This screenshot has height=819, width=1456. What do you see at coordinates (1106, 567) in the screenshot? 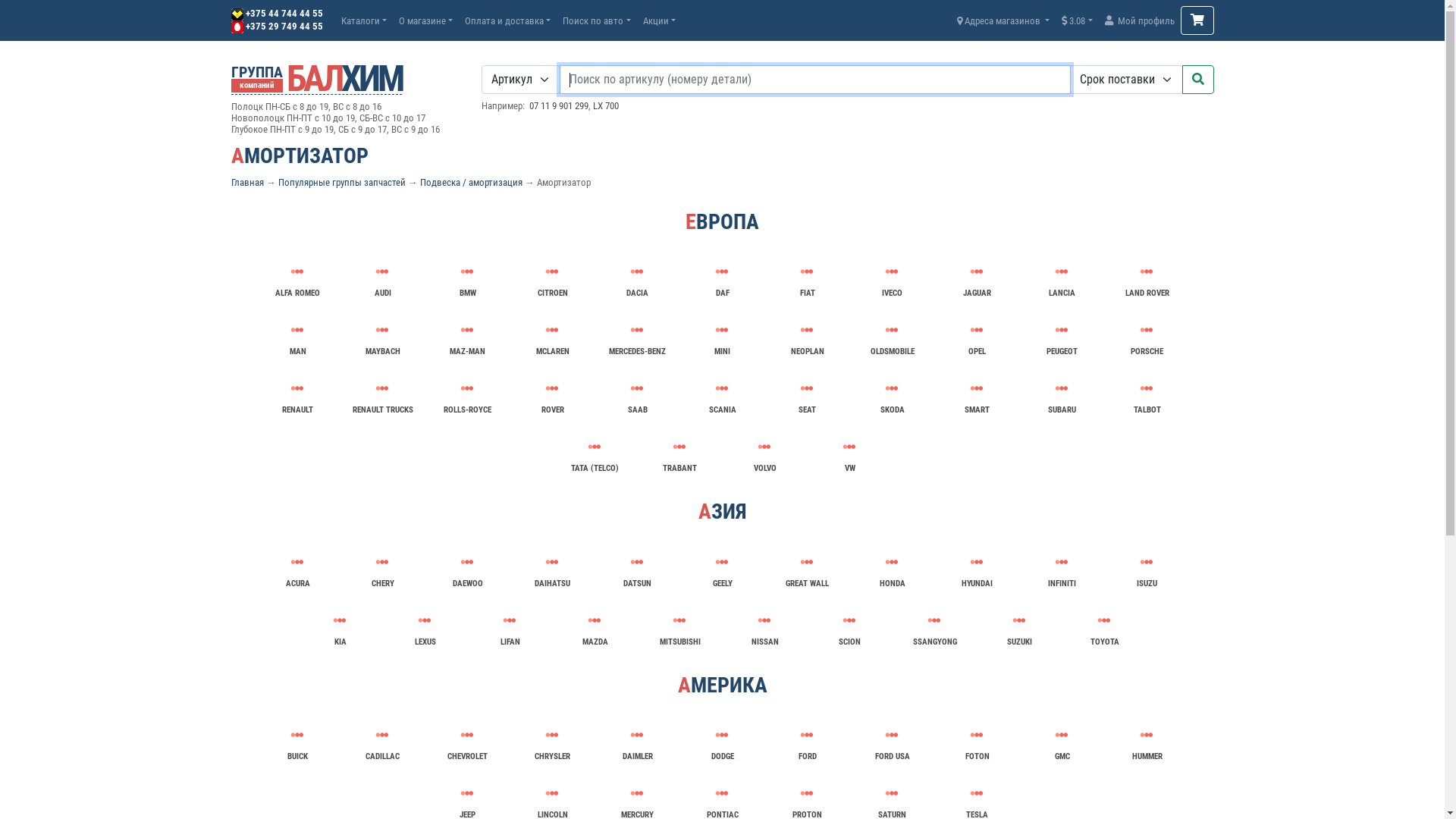
I see `'ISUZU'` at bounding box center [1106, 567].